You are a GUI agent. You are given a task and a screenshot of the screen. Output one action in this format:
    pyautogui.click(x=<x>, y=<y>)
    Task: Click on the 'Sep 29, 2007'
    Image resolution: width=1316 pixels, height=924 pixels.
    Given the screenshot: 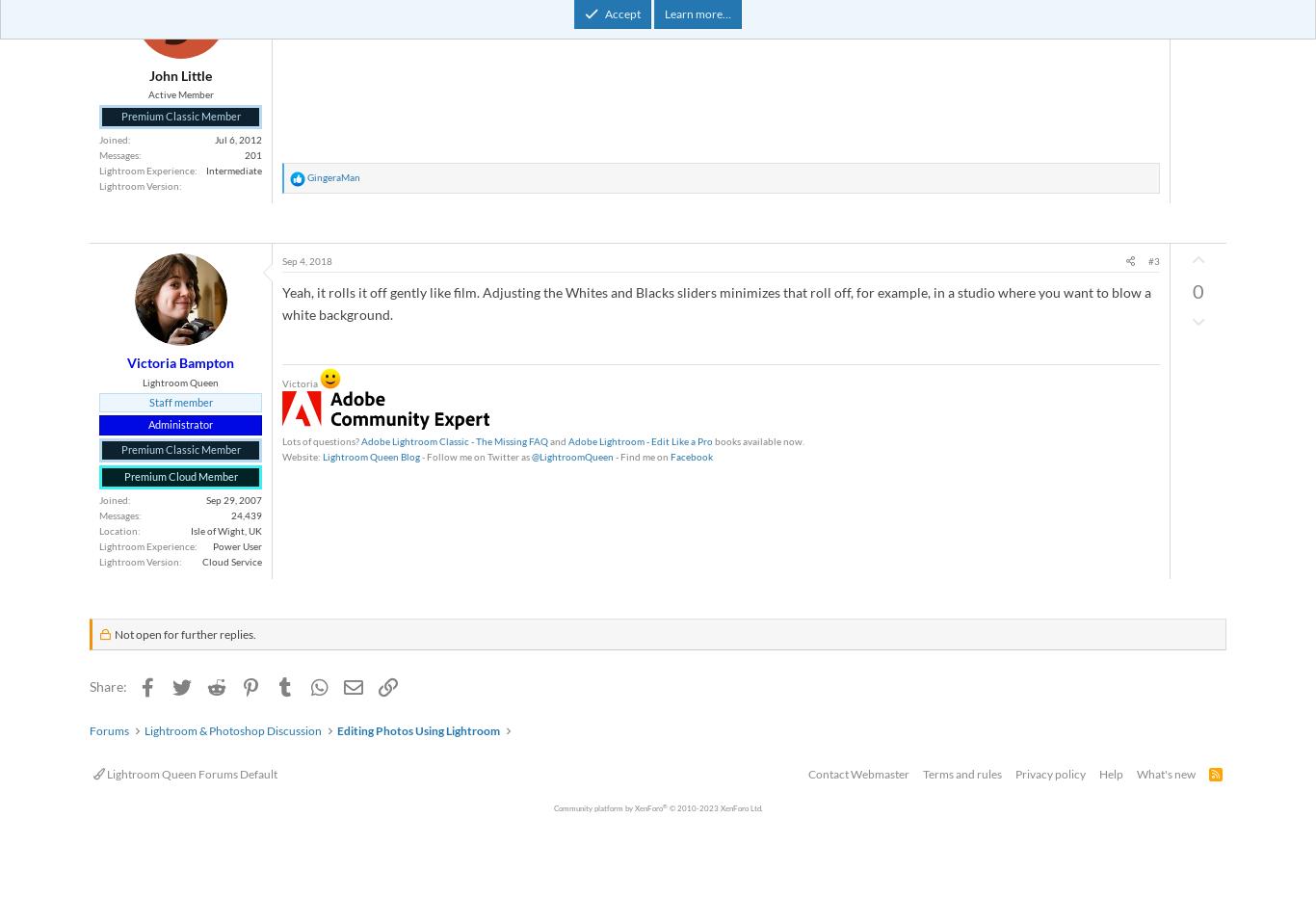 What is the action you would take?
    pyautogui.click(x=234, y=498)
    